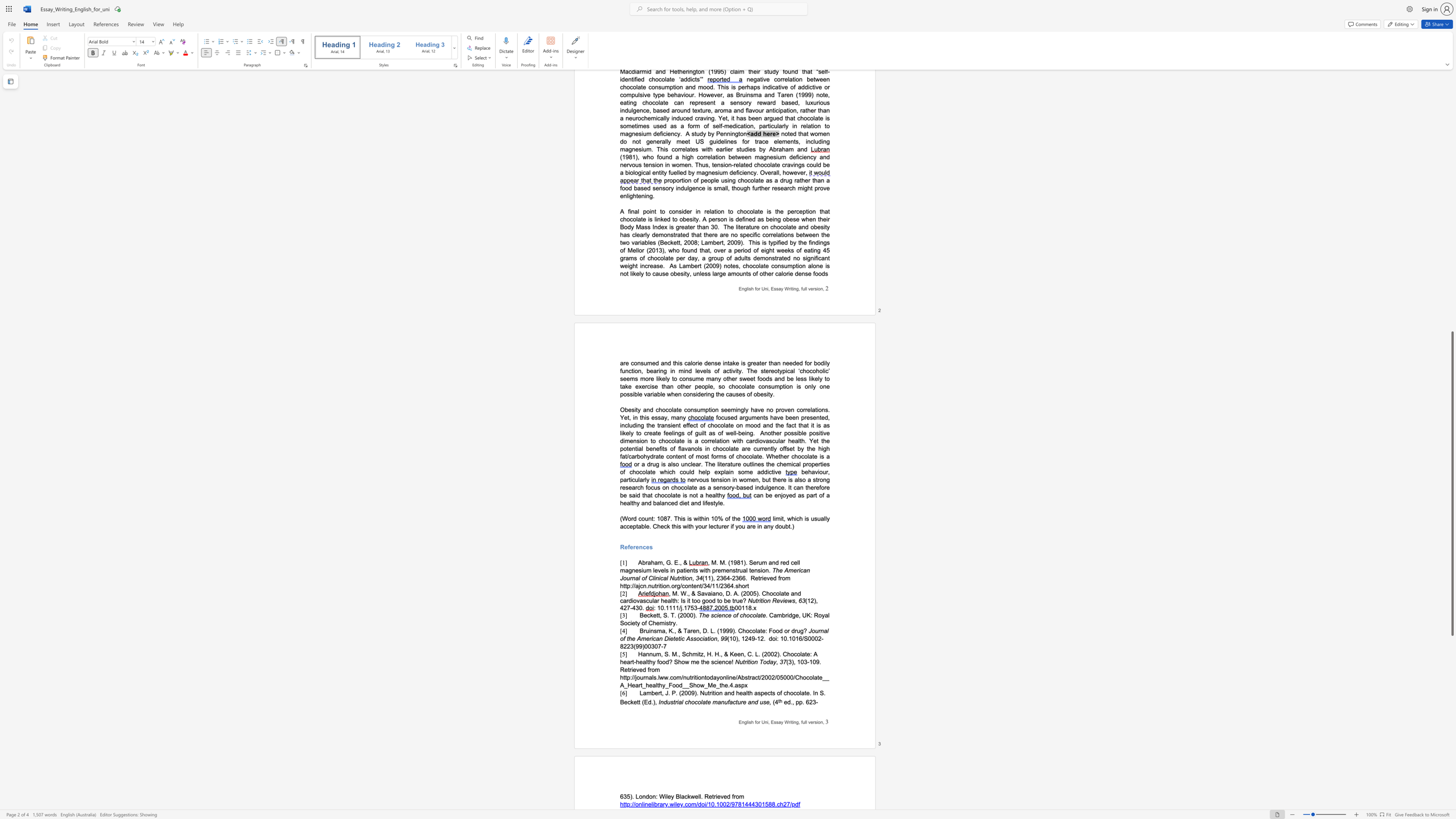 This screenshot has height=819, width=1456. What do you see at coordinates (1451, 272) in the screenshot?
I see `the right-hand scrollbar to ascend the page` at bounding box center [1451, 272].